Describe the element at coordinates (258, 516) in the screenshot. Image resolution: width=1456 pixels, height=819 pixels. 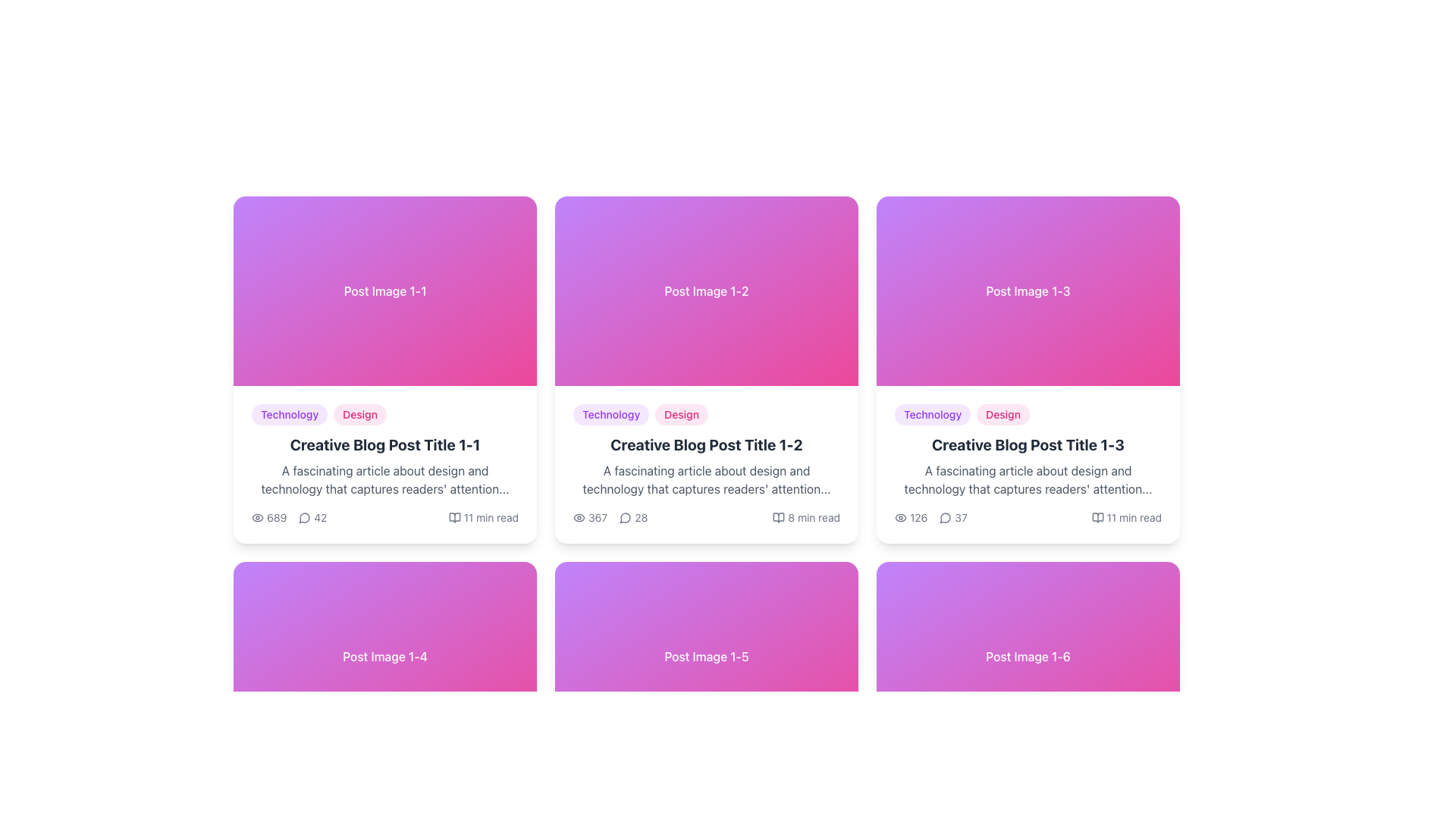
I see `the icon representing the number of views, which is located to the left of the numeric label '689' in the footer section of the first card on the top row of the grid layout` at that location.